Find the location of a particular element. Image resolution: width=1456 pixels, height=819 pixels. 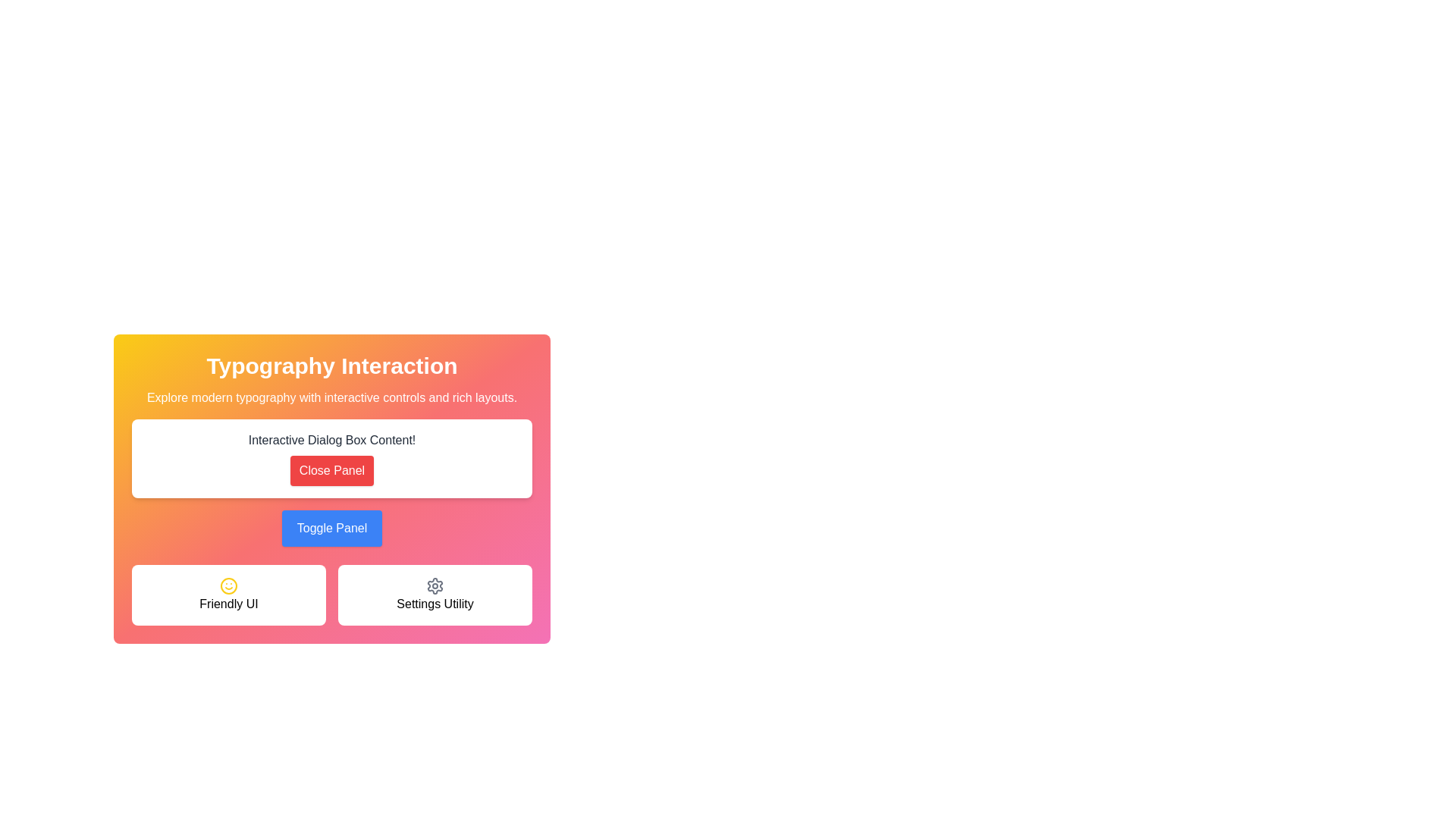

the gear icon in the lower-right corner of the interface is located at coordinates (435, 585).